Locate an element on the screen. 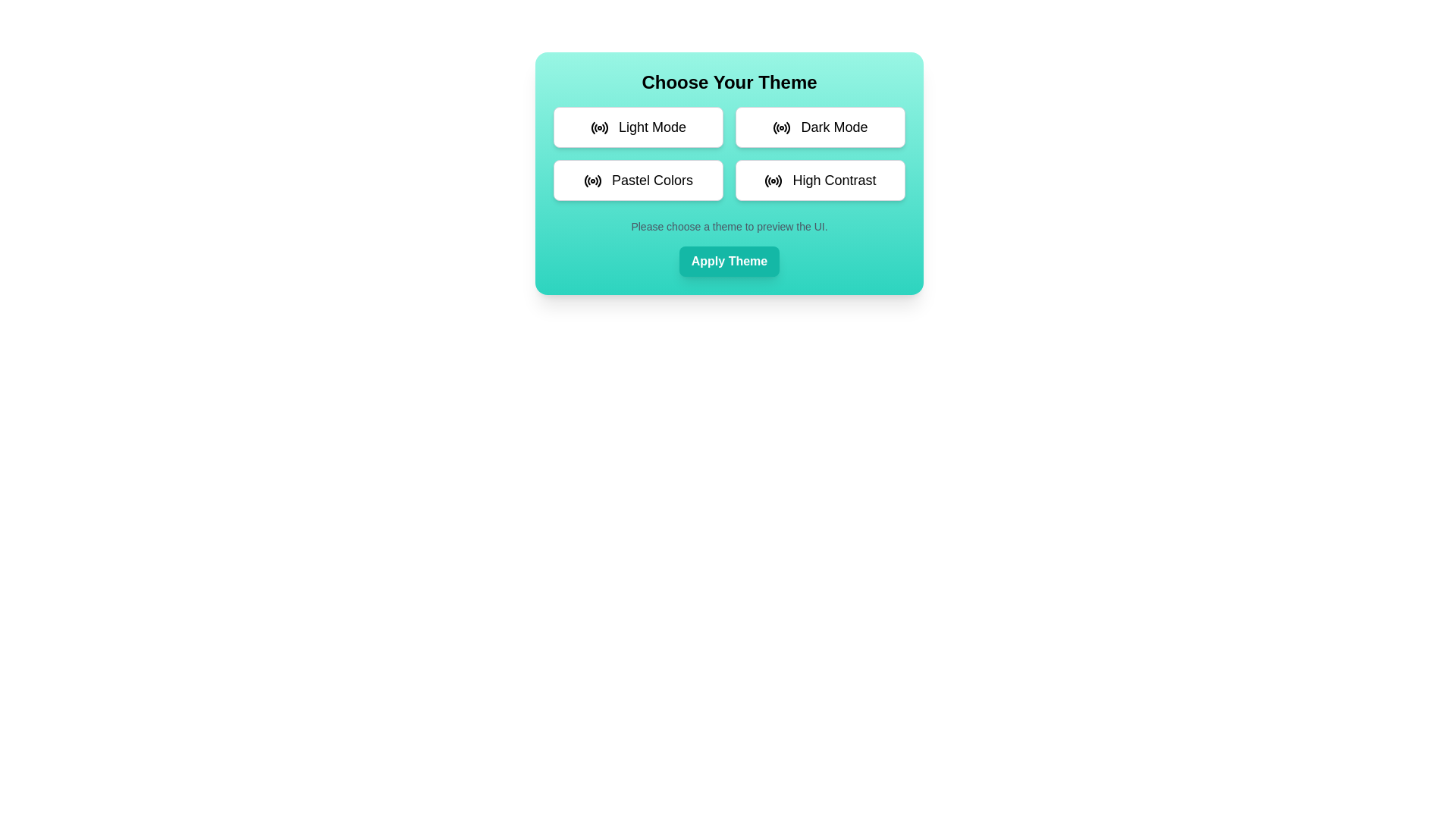 This screenshot has width=1456, height=819. the turquoise rectangular button labeled 'Apply Theme' is located at coordinates (729, 260).